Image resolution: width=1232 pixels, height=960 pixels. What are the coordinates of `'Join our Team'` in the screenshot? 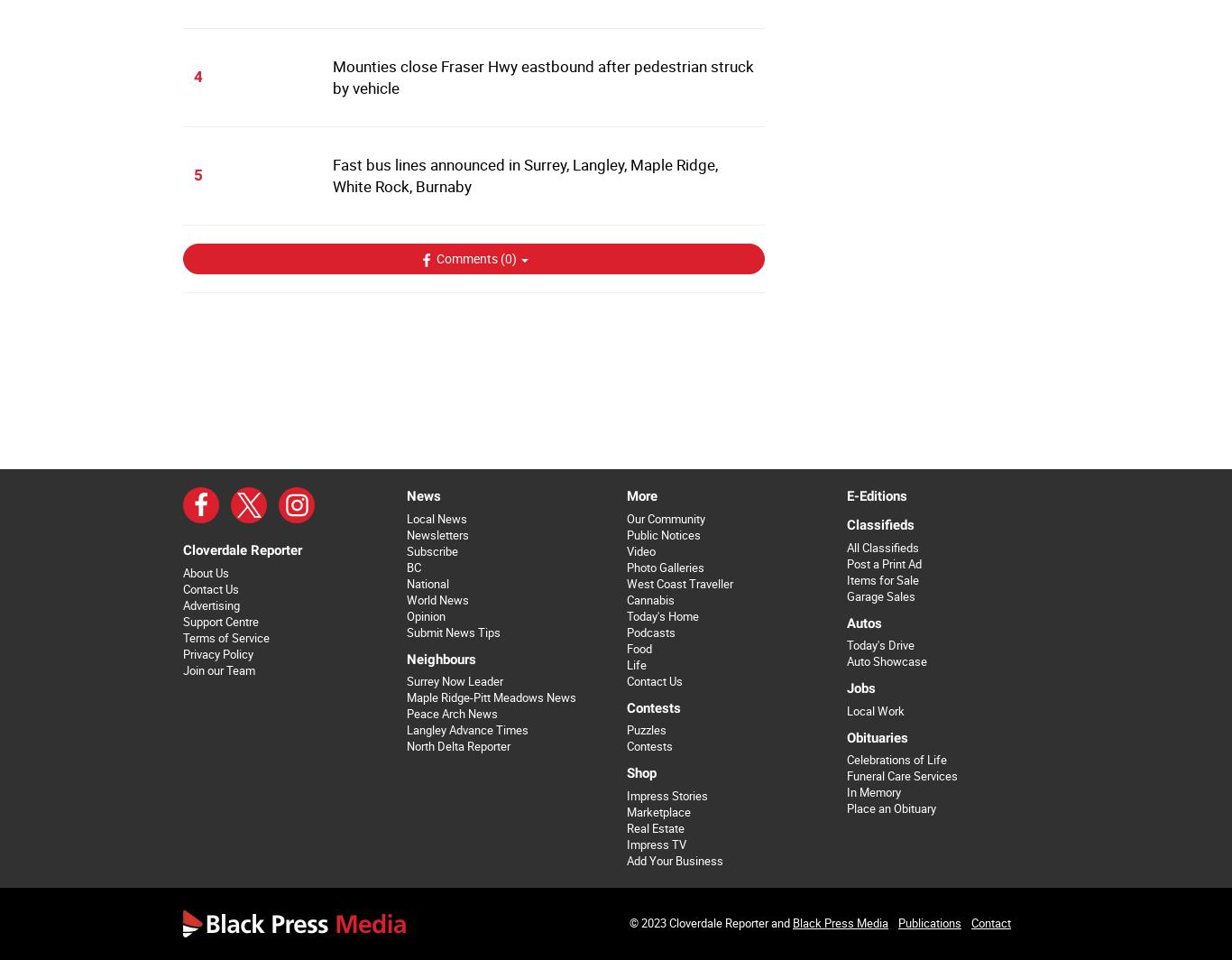 It's located at (219, 669).